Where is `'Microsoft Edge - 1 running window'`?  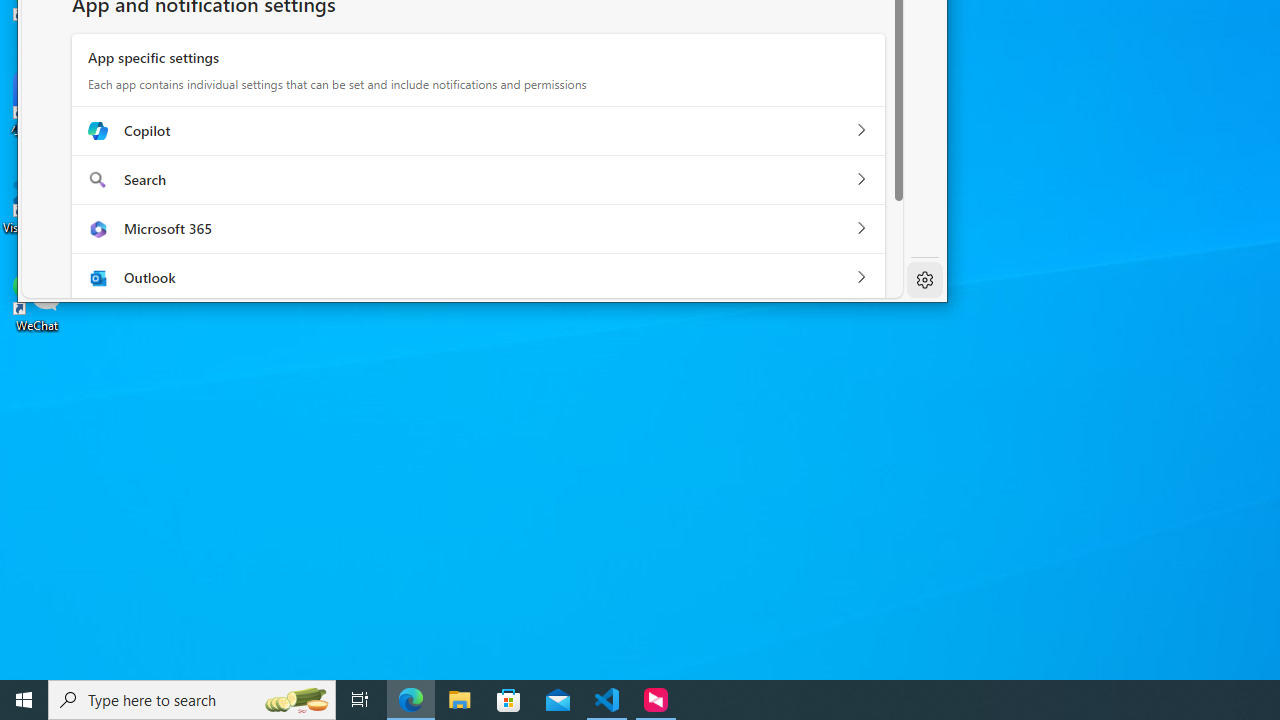
'Microsoft Edge - 1 running window' is located at coordinates (410, 698).